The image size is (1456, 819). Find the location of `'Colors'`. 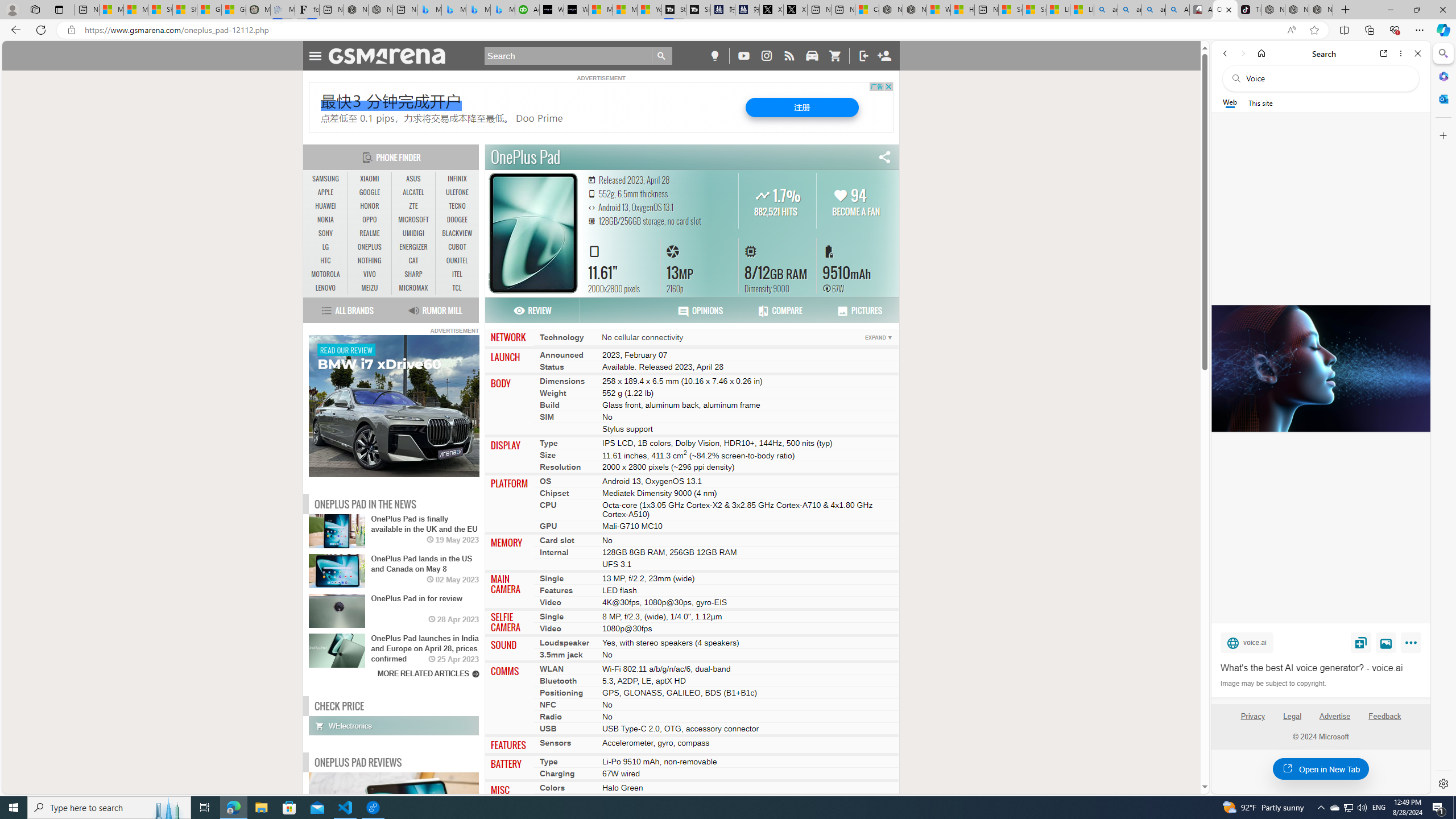

'Colors' is located at coordinates (552, 788).